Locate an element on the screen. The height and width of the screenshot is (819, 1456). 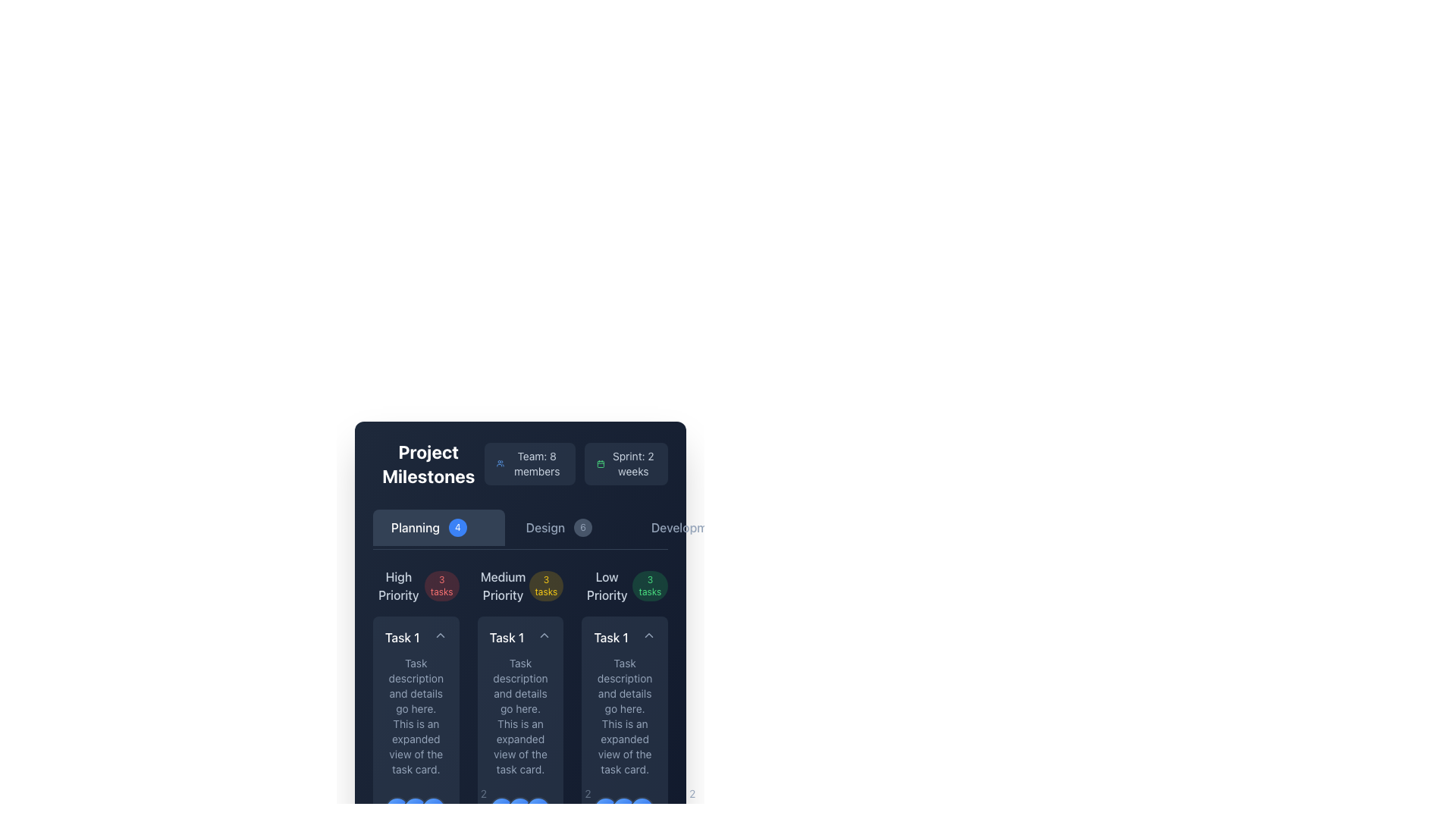
the text block providing context for the task in the leftmost 'High Priority' task card in the 'Planning' section of the 'Project Milestones' interface for accessibility purposes is located at coordinates (416, 717).